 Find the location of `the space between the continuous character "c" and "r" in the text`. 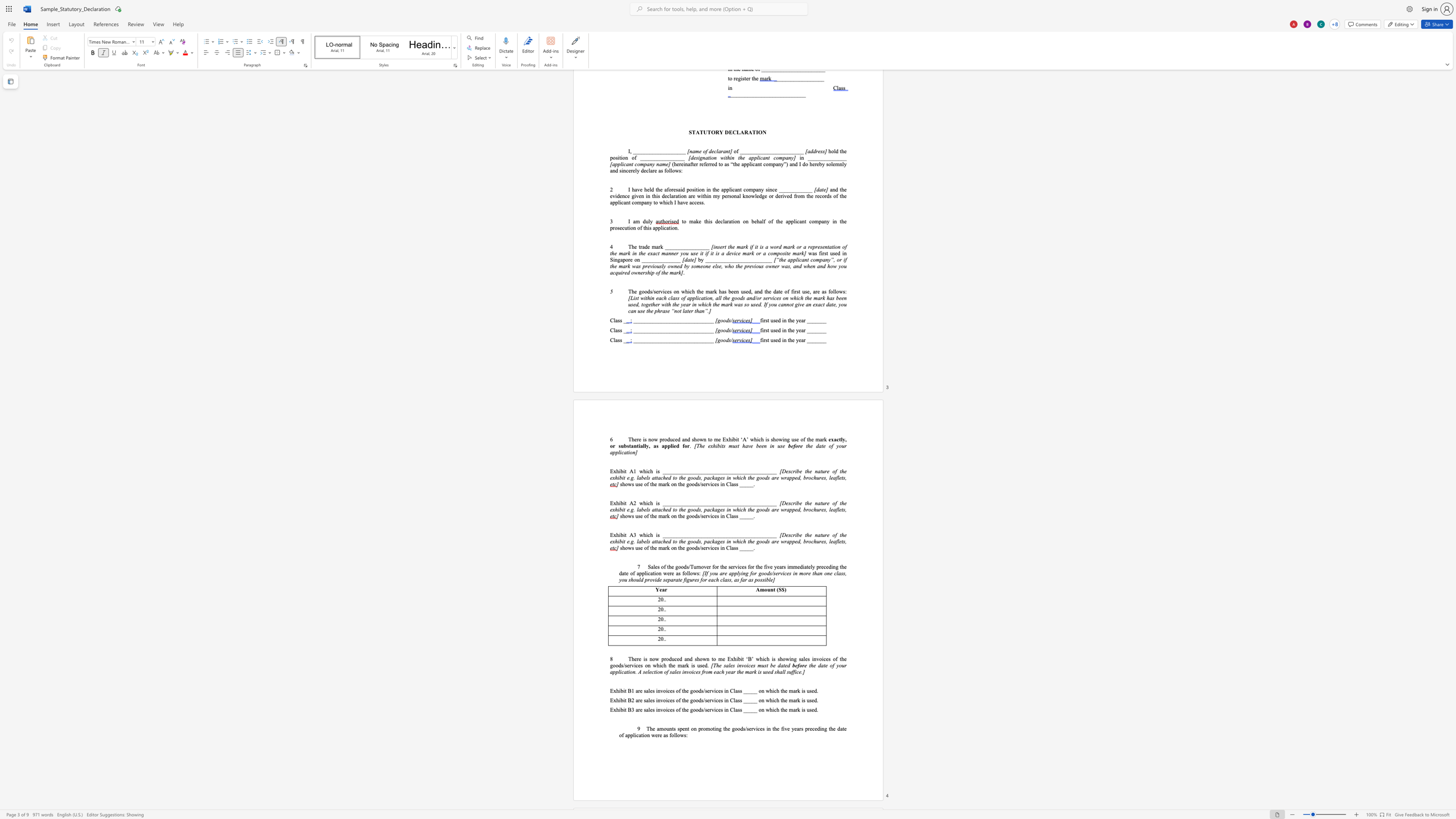

the space between the continuous character "c" and "r" in the text is located at coordinates (793, 534).